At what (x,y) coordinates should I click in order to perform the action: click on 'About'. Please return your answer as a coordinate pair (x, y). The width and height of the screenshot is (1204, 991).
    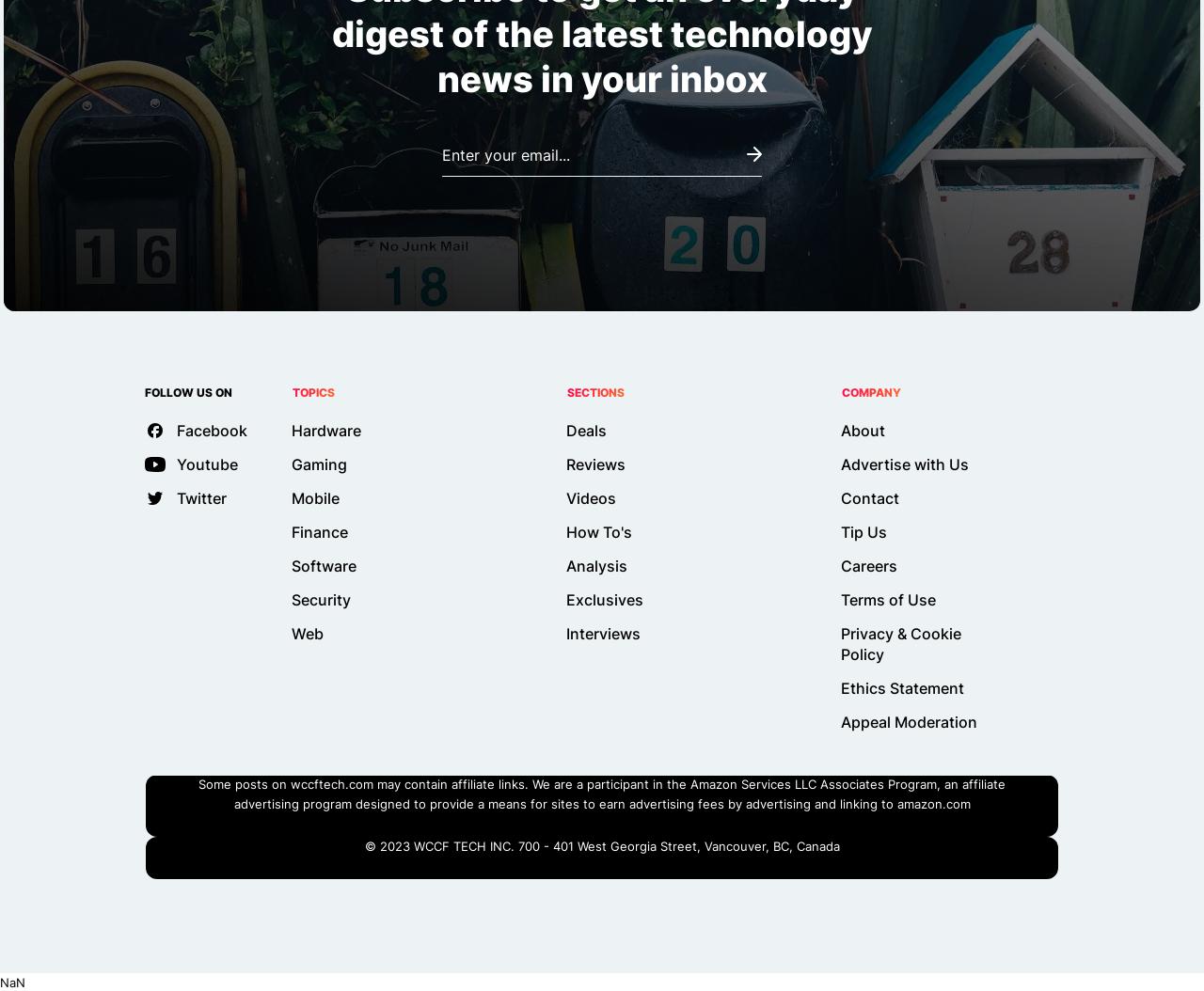
    Looking at the image, I should click on (862, 430).